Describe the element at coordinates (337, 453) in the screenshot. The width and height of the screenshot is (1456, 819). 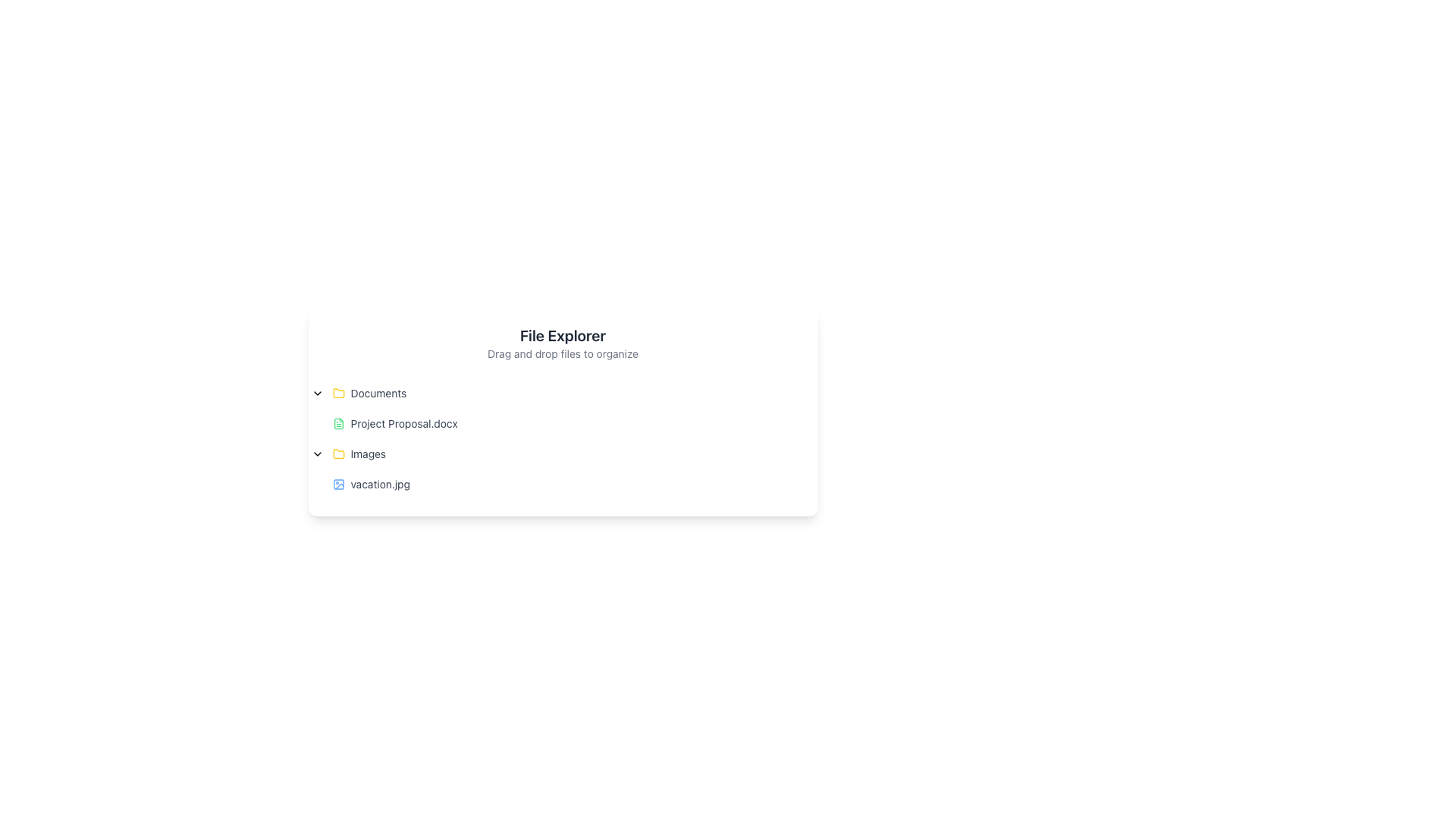
I see `the yellow folder icon located in the left column of the File Explorer interface next to the 'Documents' folder name` at that location.